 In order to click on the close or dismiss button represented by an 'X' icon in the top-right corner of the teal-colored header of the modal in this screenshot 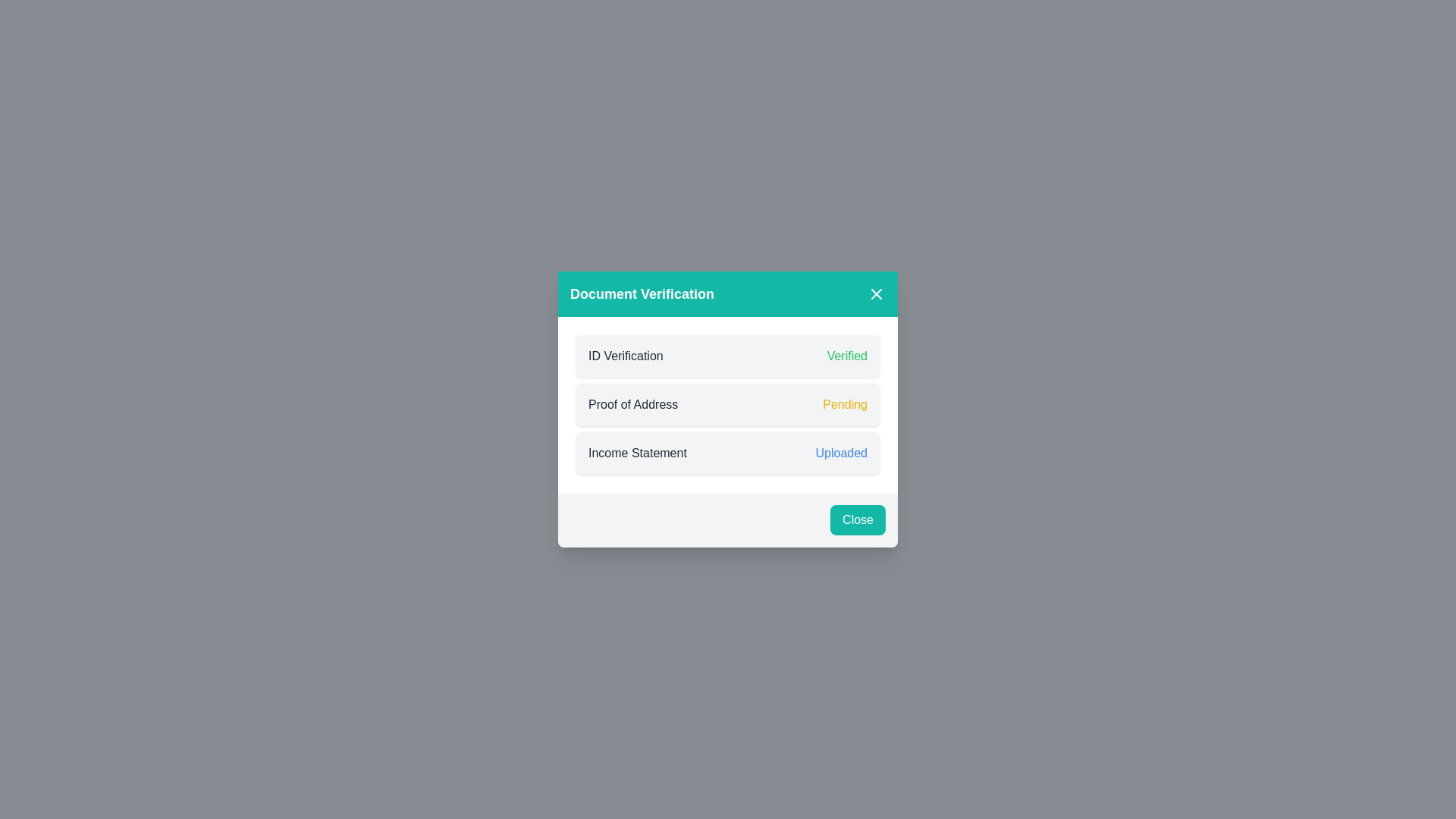, I will do `click(877, 294)`.